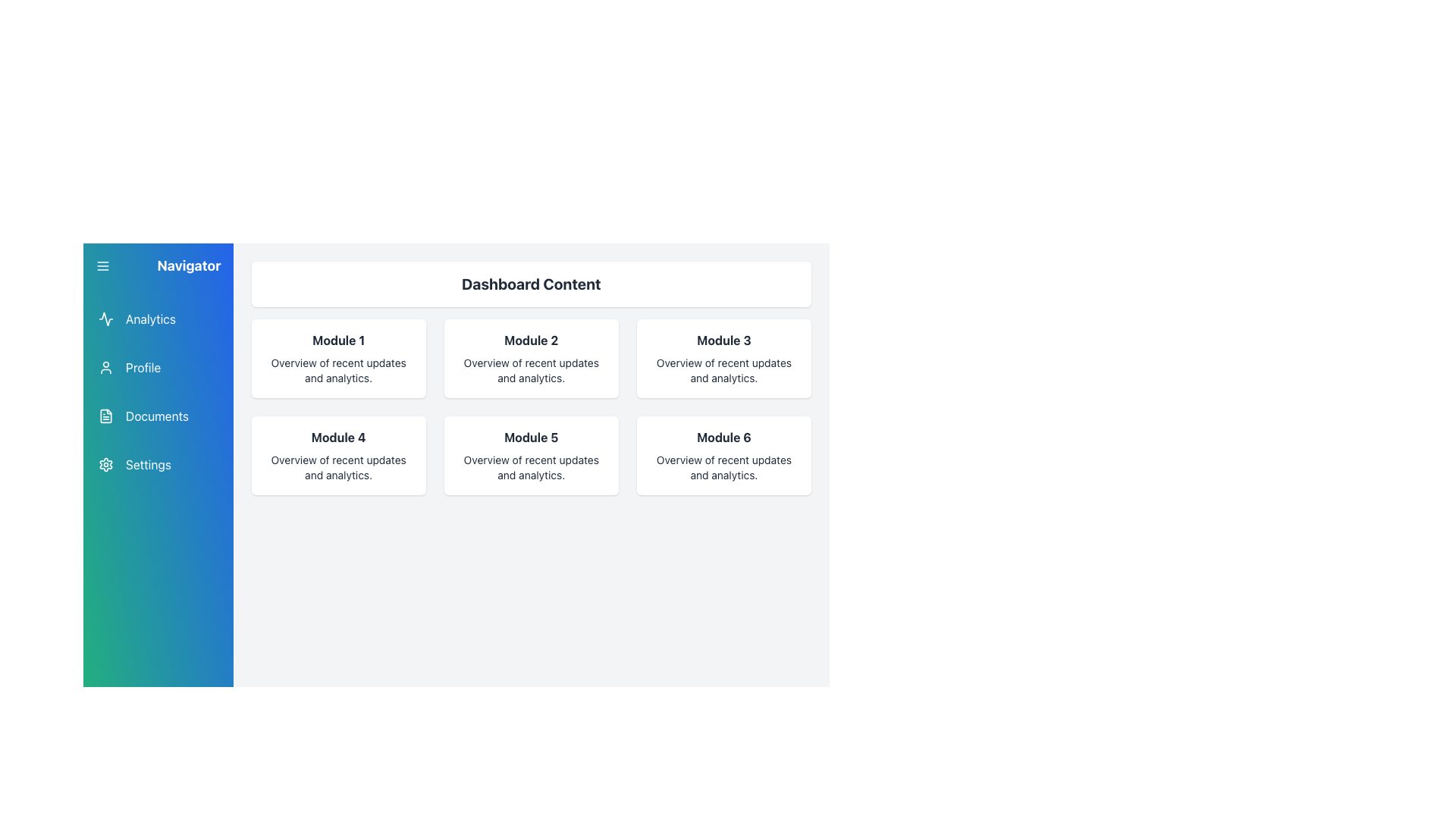 The image size is (1456, 819). I want to click on the card displaying information about Module 6, located in the last position of a six-card grid in the Dashboard Content section, so click(723, 455).